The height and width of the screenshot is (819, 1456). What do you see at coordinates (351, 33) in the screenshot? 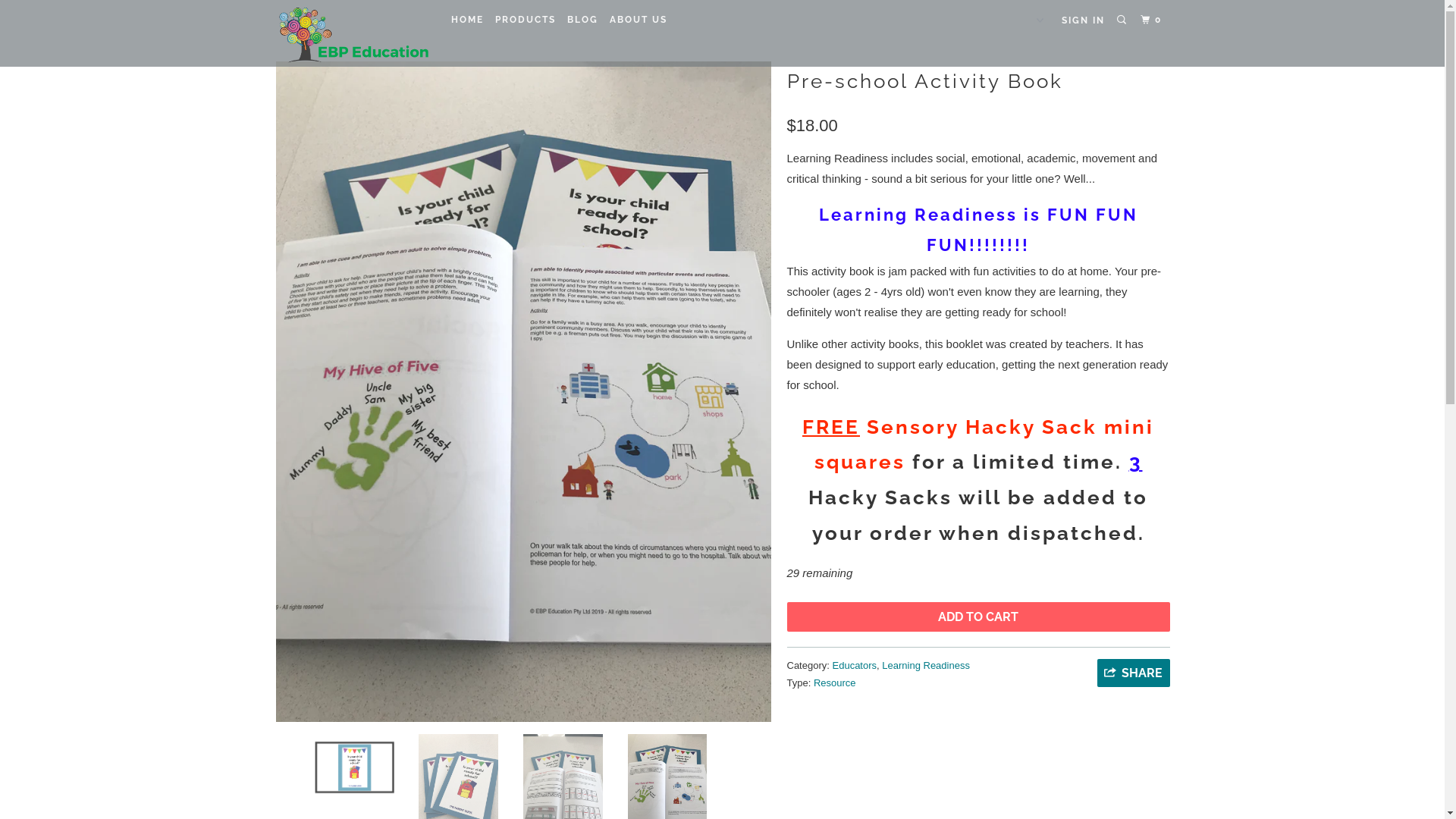
I see `'EBP Education'` at bounding box center [351, 33].